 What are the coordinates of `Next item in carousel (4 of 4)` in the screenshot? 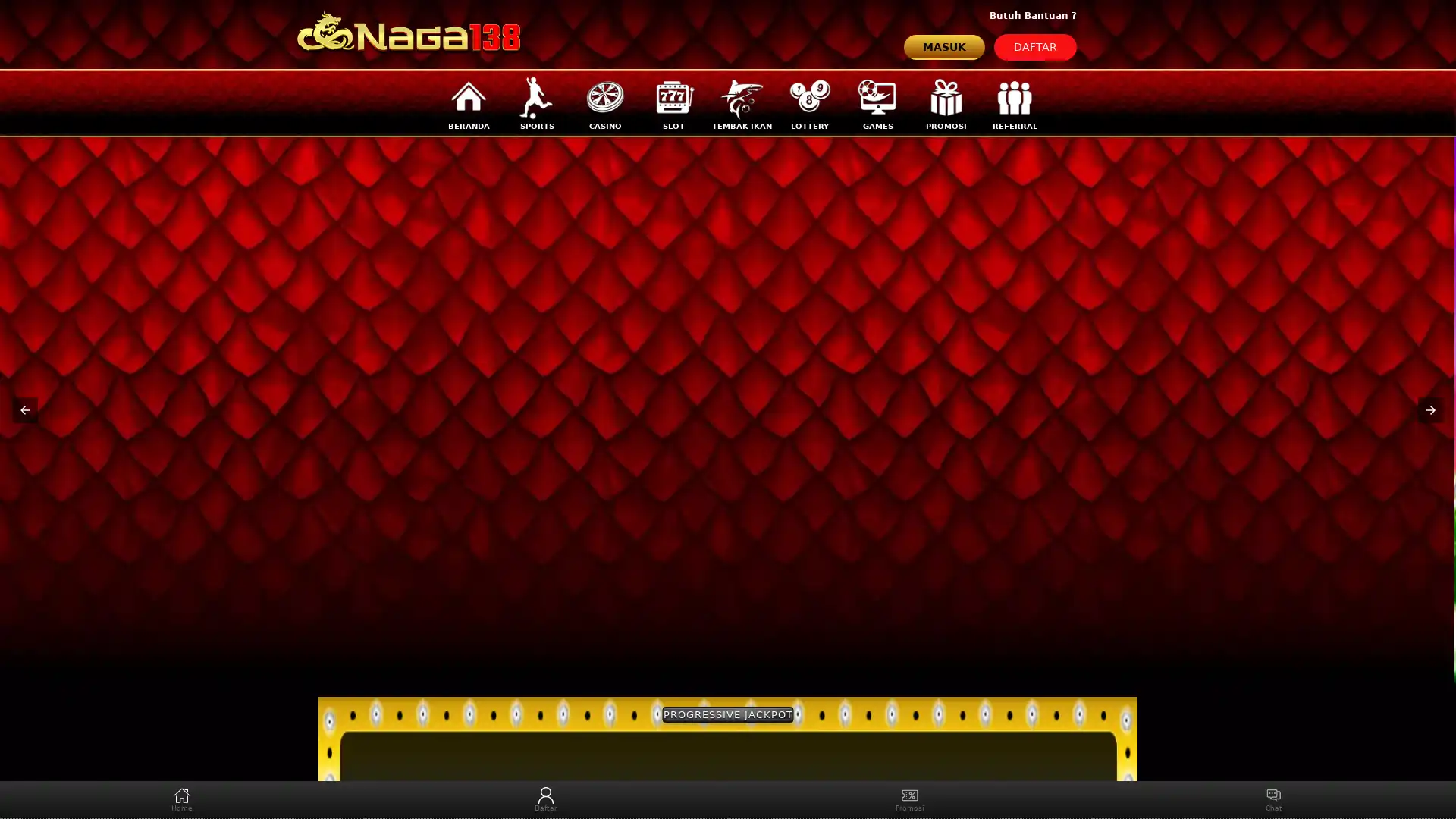 It's located at (1429, 409).